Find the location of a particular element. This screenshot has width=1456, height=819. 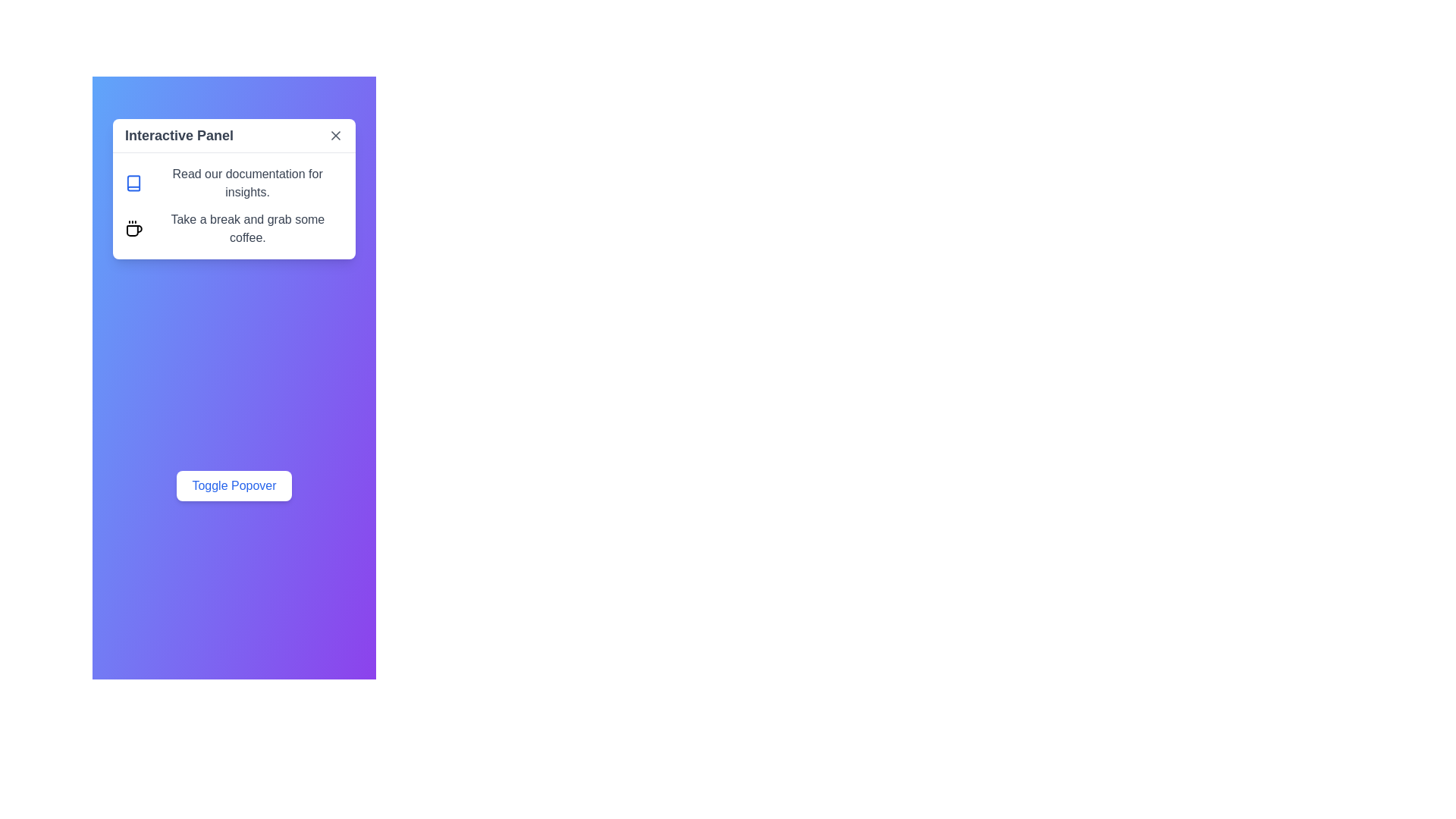

the graphical icon resembling a simplified book shape, which is dark blue in color and located next to the text 'Read our documentation for insights.' is located at coordinates (133, 183).